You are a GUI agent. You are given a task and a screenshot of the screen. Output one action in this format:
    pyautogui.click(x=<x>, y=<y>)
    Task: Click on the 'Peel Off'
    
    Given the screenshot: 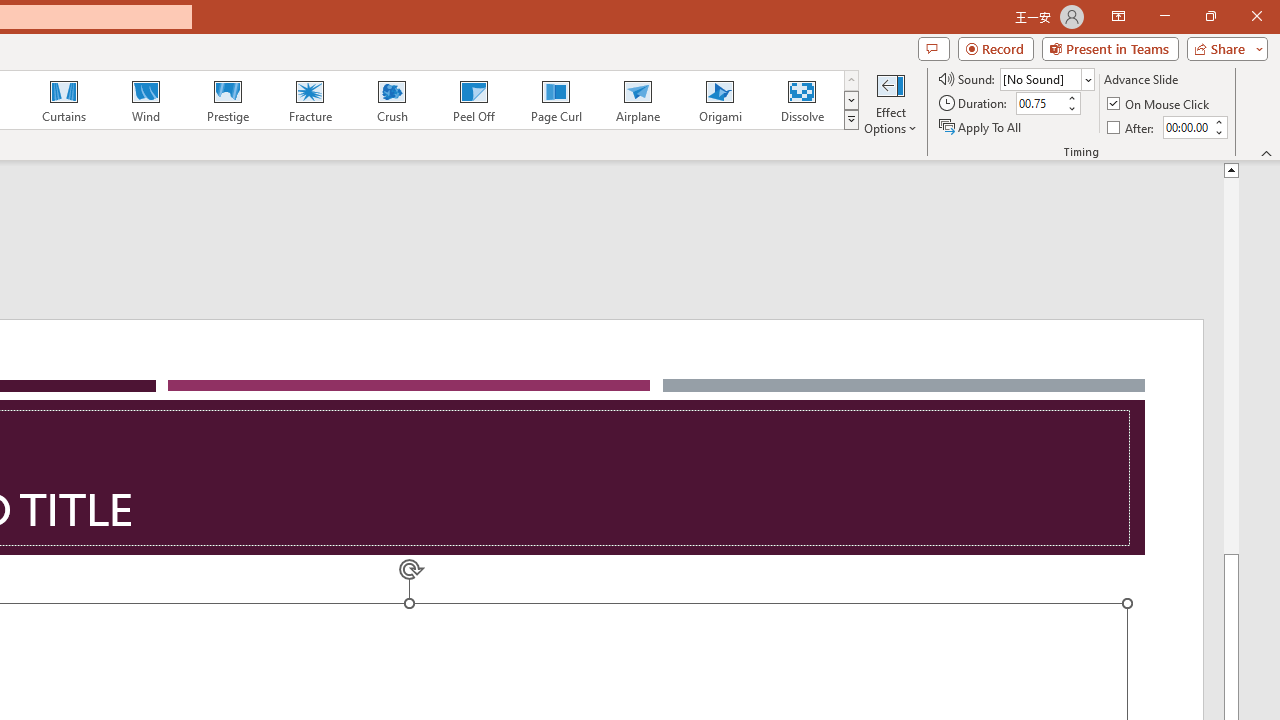 What is the action you would take?
    pyautogui.click(x=472, y=100)
    